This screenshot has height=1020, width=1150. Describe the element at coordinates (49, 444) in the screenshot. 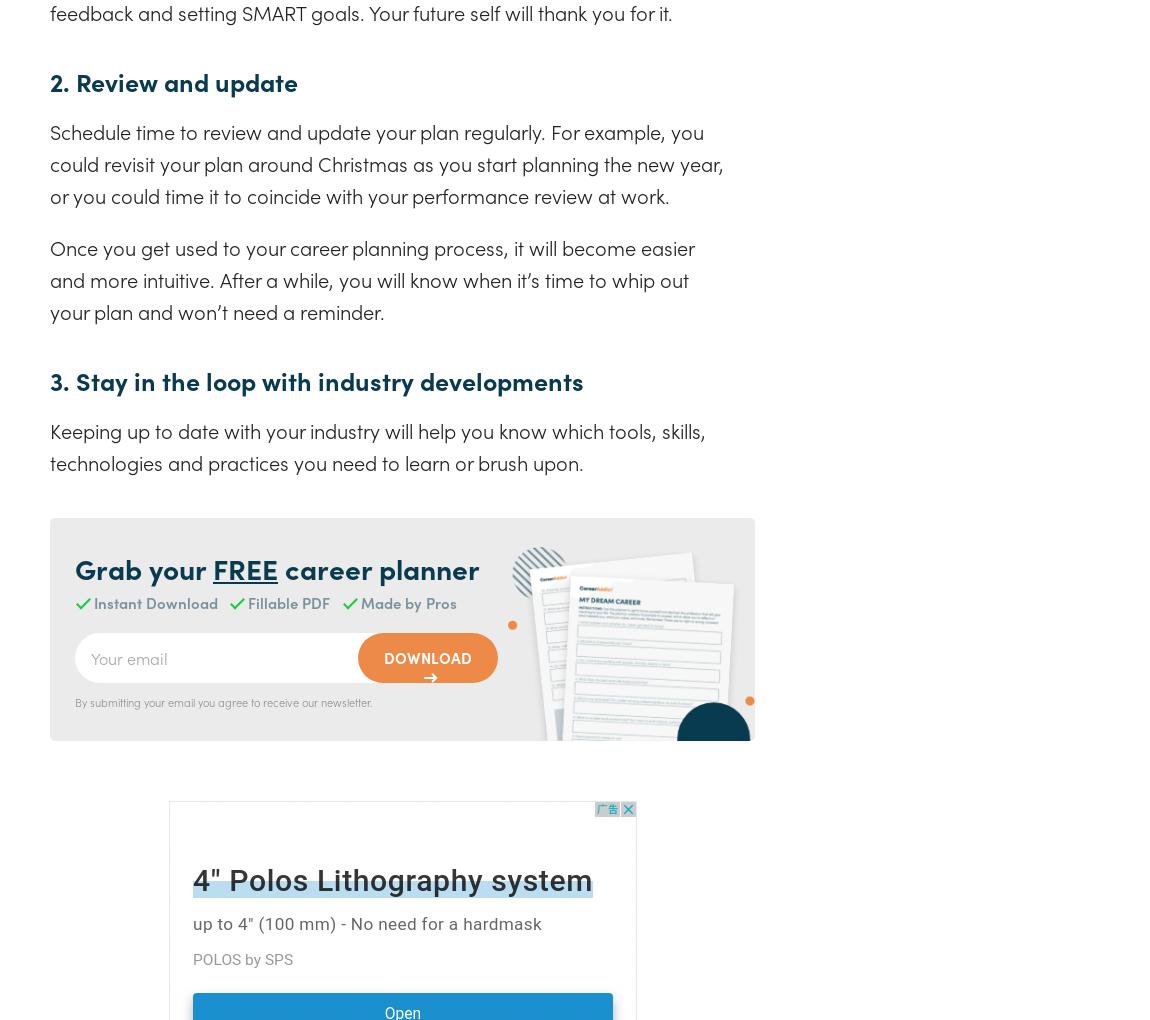

I see `'Keeping up to date with your industry will help you know which tools, skills, technologies and practices you need to learn or brush upon.'` at that location.